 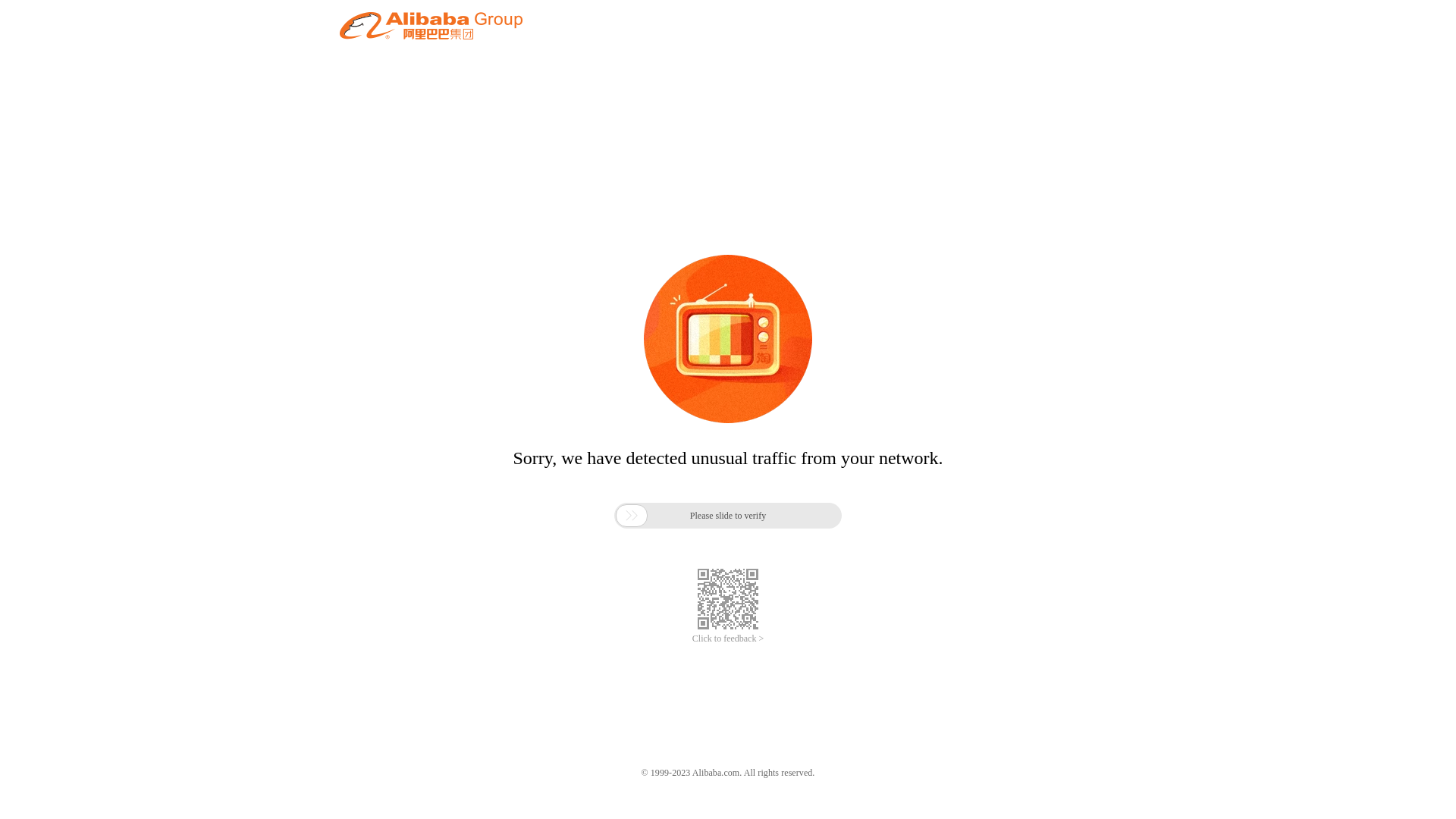 I want to click on 'Click to feedback >', so click(x=728, y=639).